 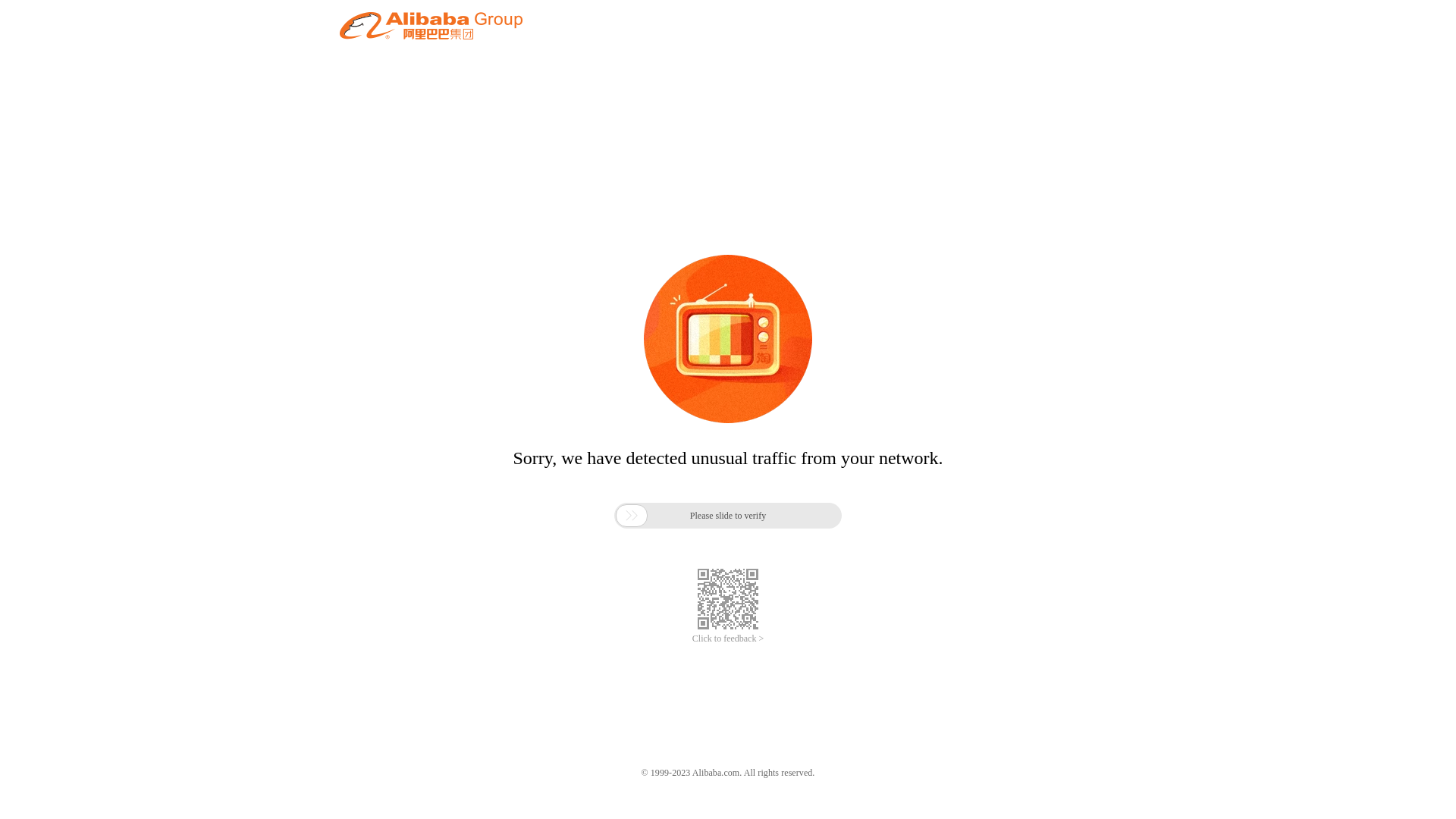 I want to click on 'Click to feedback >', so click(x=728, y=639).